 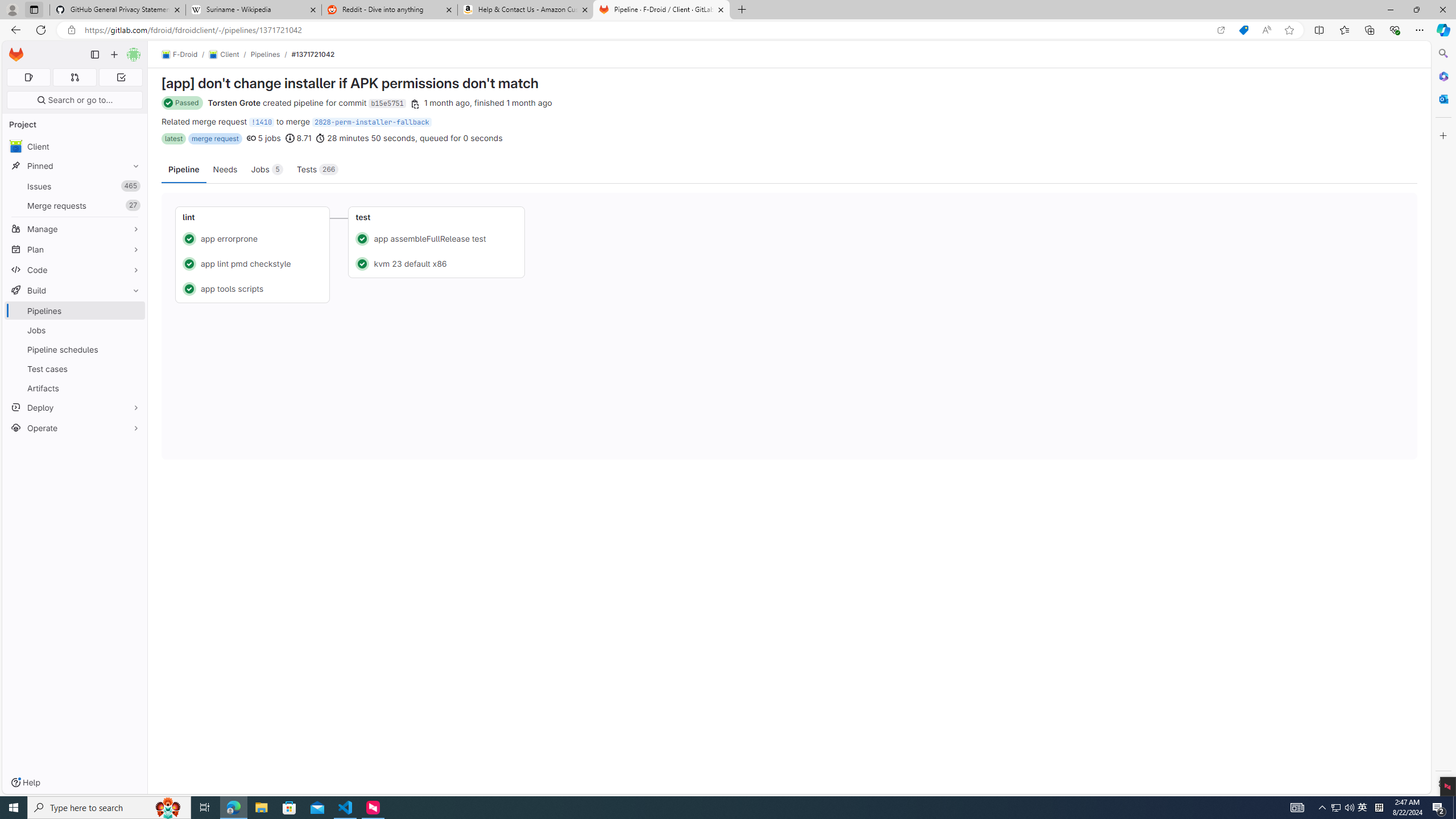 I want to click on 'Test cases', so click(x=74, y=368).